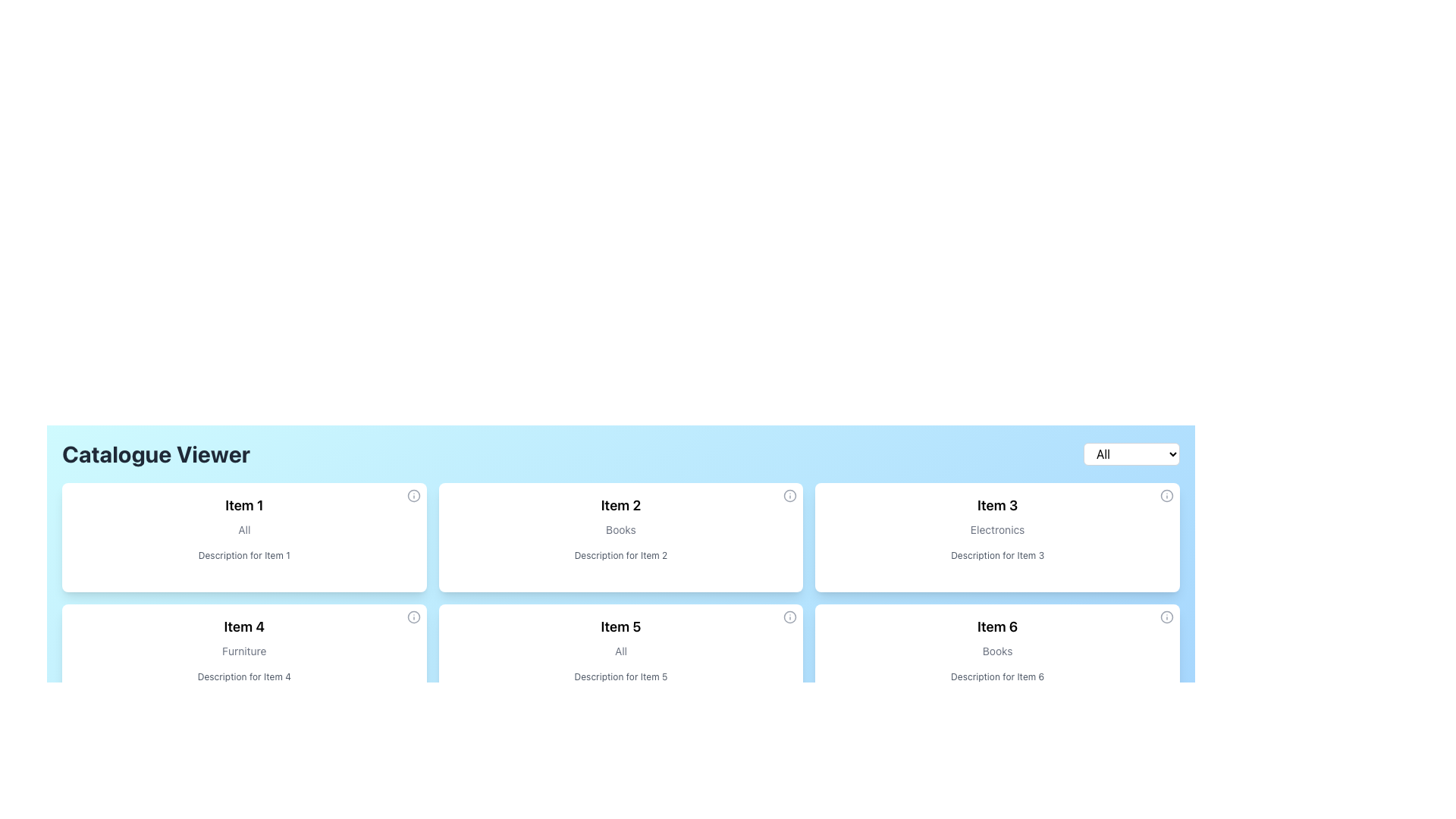 The width and height of the screenshot is (1456, 819). I want to click on the dropdown menu labeled 'All' located at the top-right corner of the interface, so click(1131, 453).